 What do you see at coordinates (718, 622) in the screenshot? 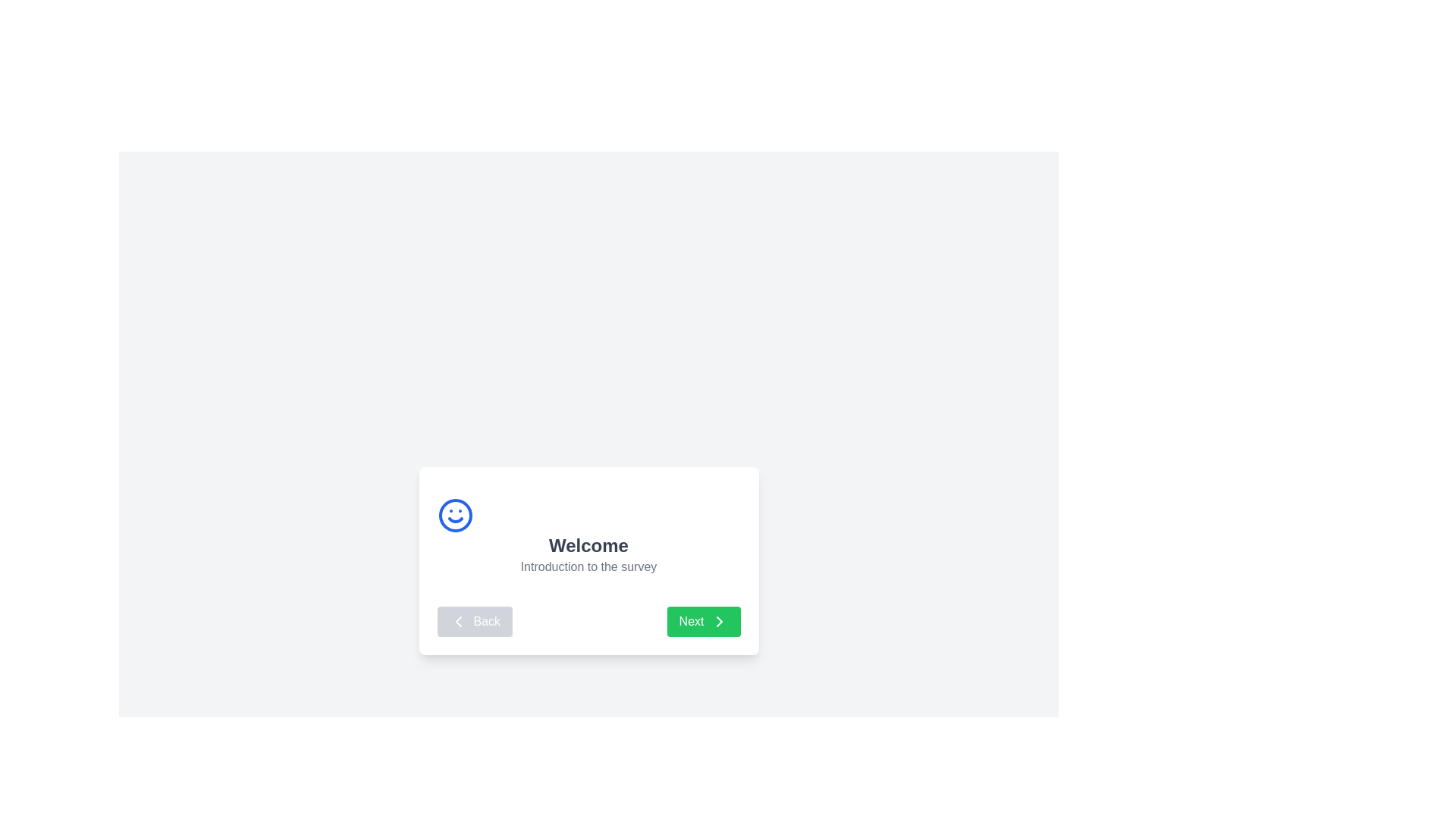
I see `the right-facing chevron arrow icon that is located within the green 'Next' button at the lower right corner of the dialog box labeled 'Welcome'` at bounding box center [718, 622].